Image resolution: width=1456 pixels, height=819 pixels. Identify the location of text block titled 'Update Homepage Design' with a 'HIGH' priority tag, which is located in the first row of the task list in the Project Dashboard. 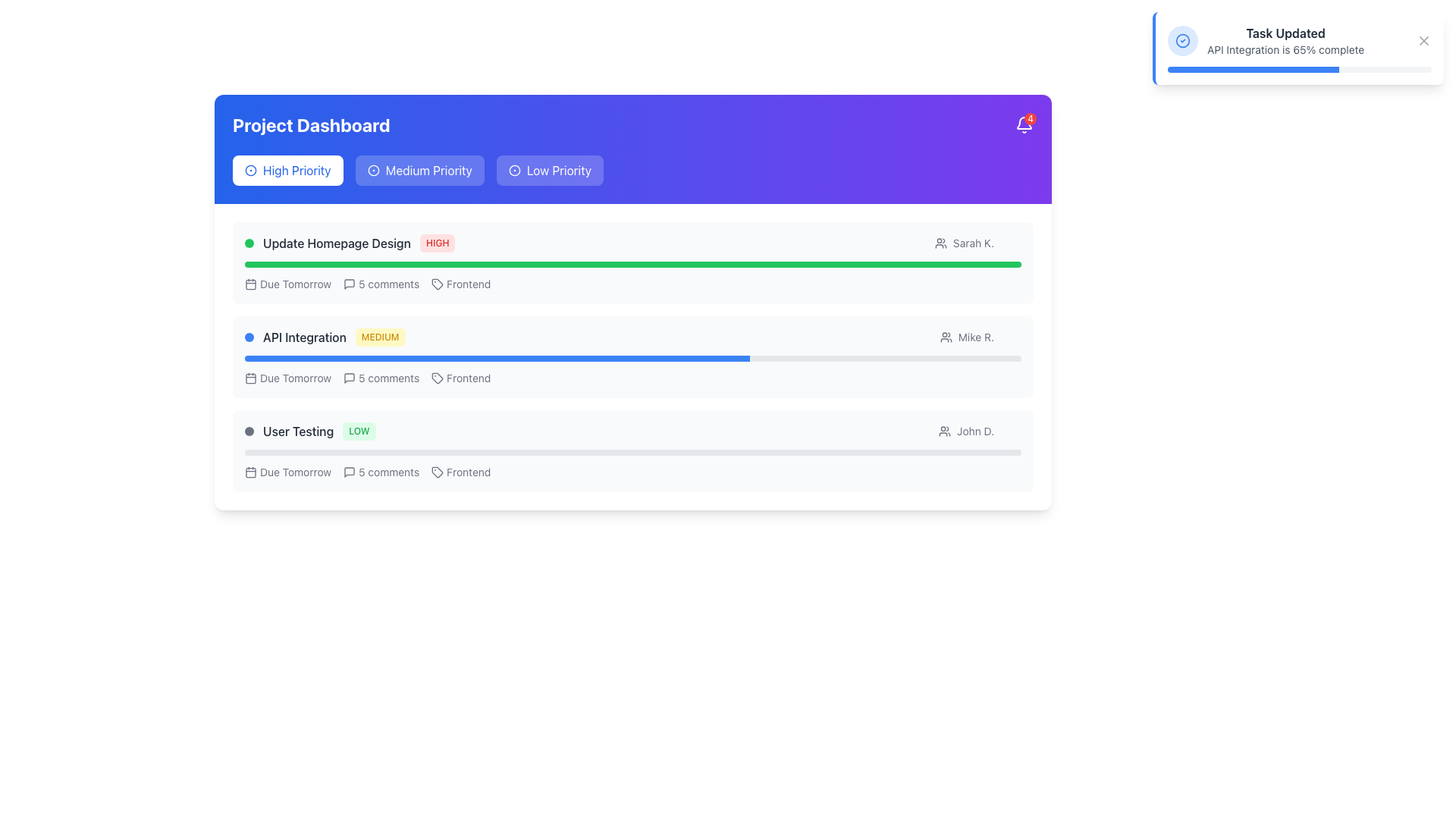
(349, 242).